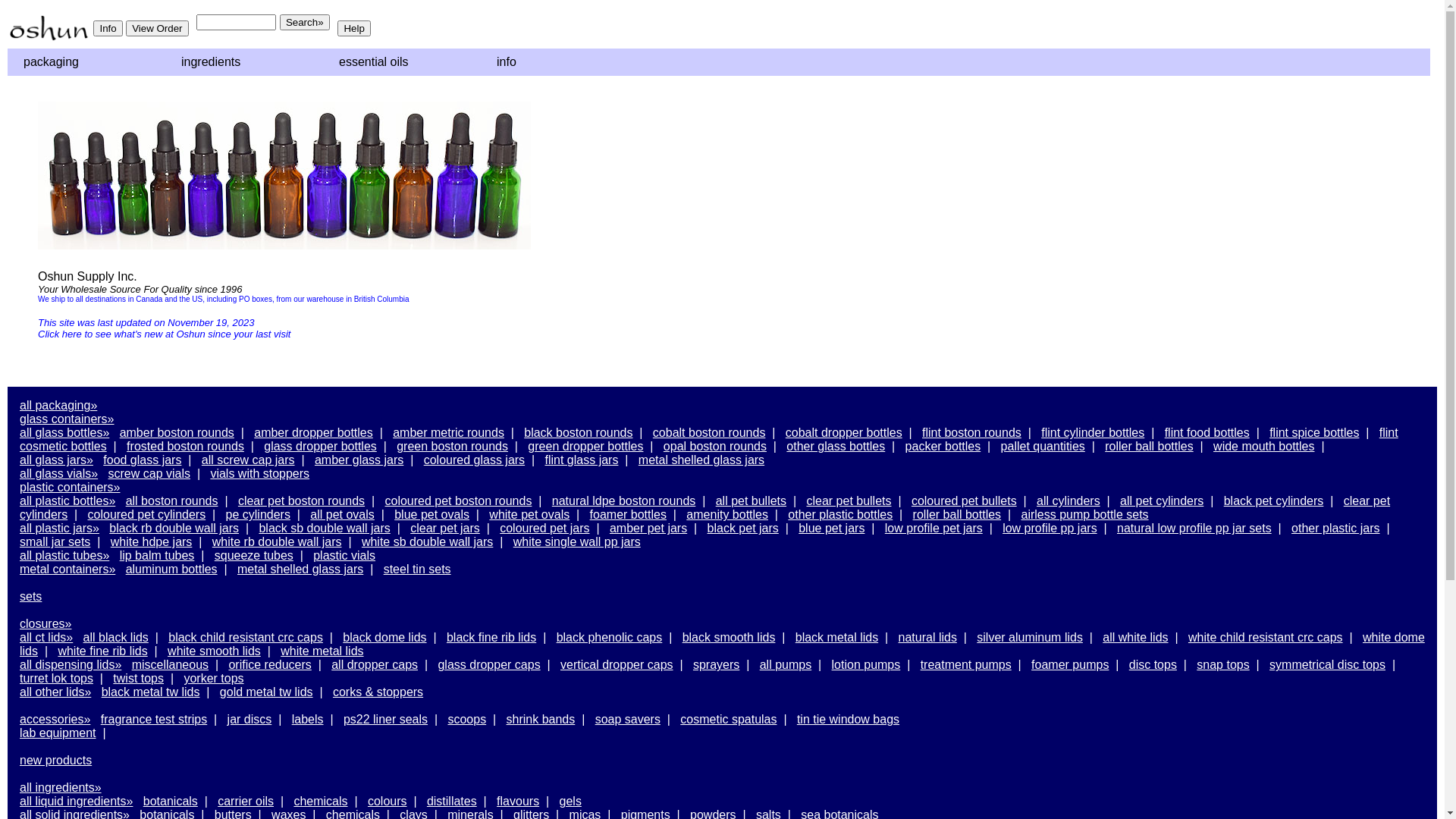 This screenshot has width=1456, height=819. I want to click on 'black sb double wall jars', so click(258, 527).